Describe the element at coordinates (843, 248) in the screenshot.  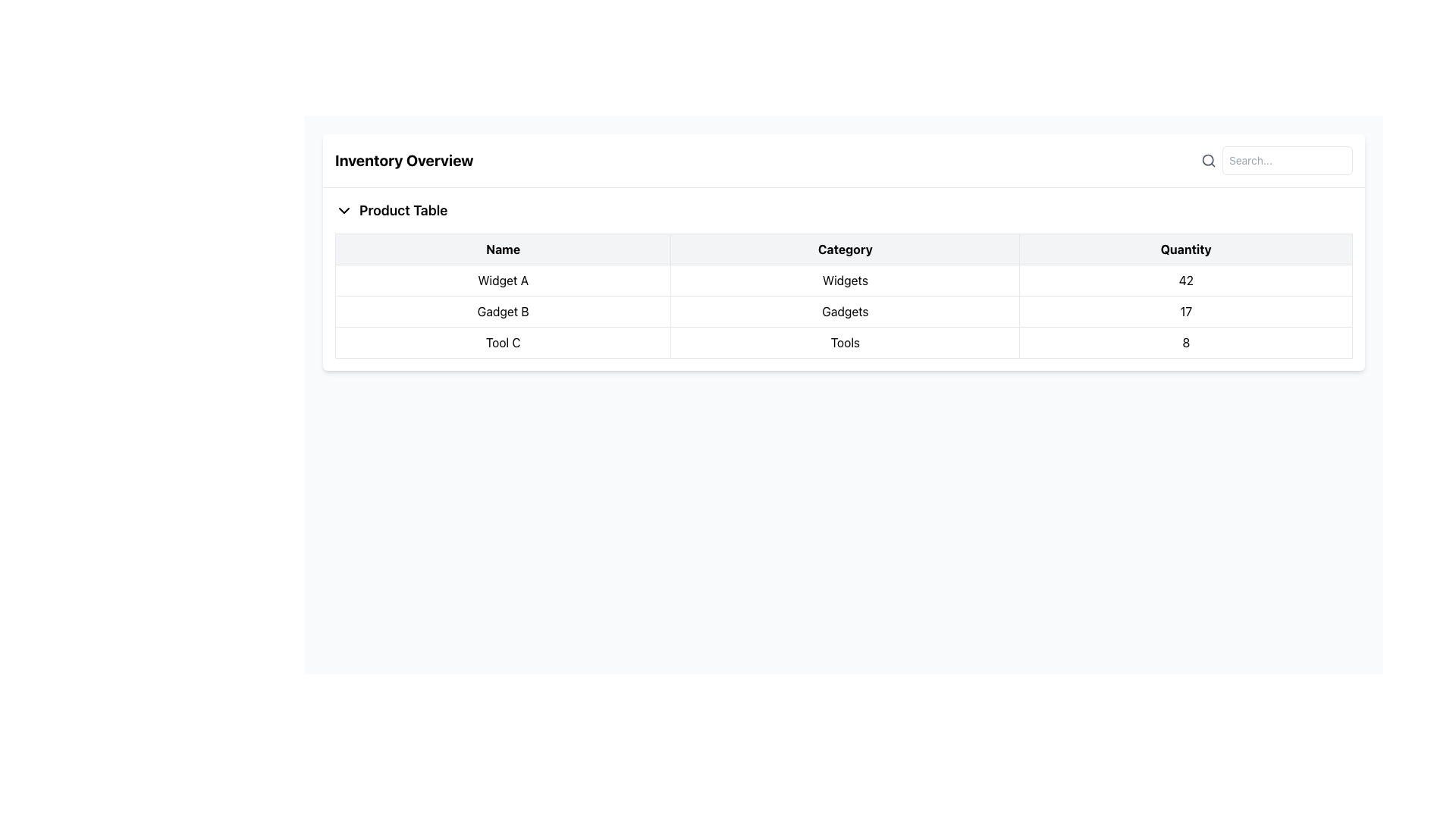
I see `the header row of the table that contains the headers 'Name,' 'Category,' and 'Quantity,' which is located at the top of the table with a light gray background` at that location.